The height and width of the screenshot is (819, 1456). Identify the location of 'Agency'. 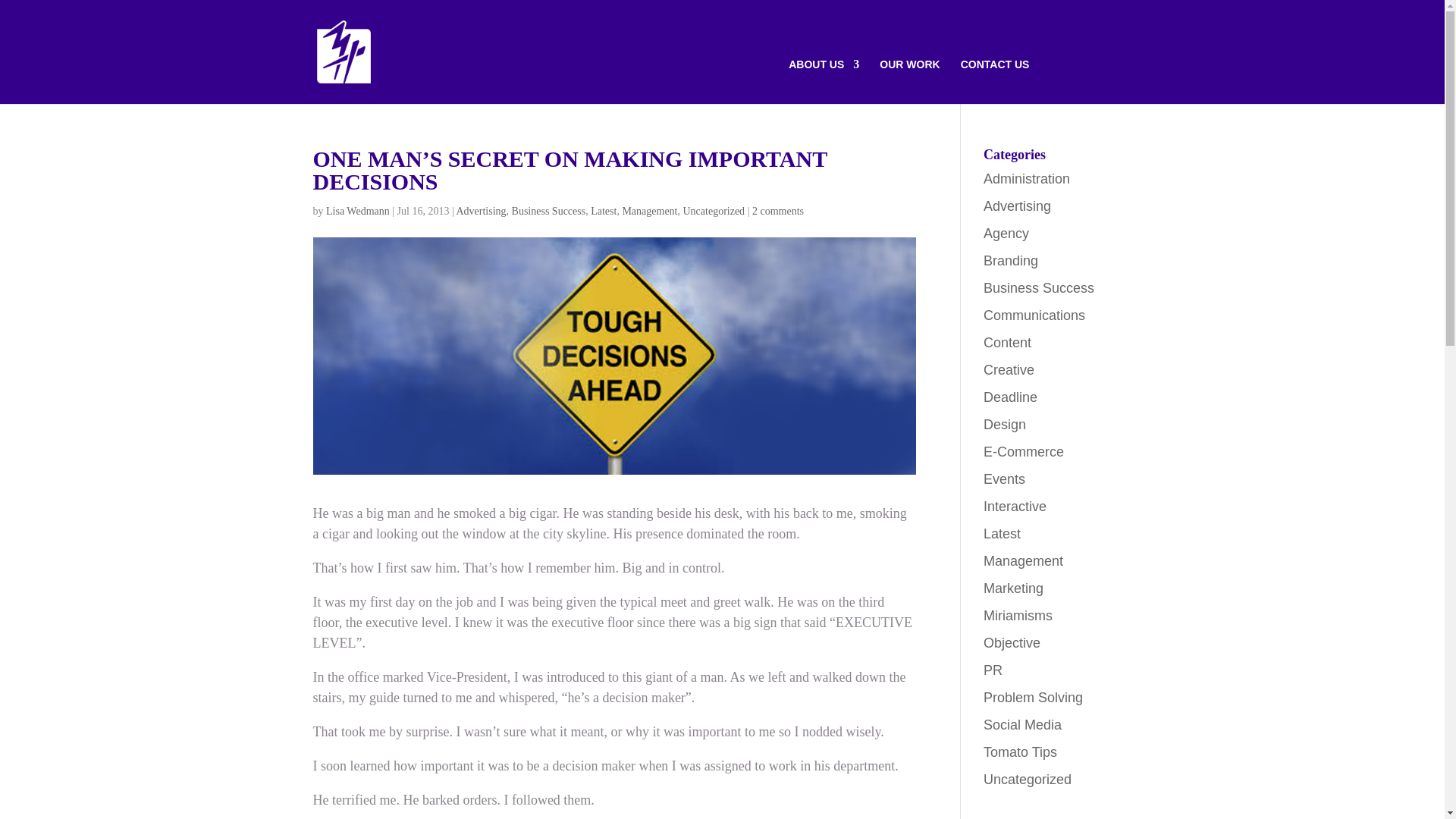
(1006, 234).